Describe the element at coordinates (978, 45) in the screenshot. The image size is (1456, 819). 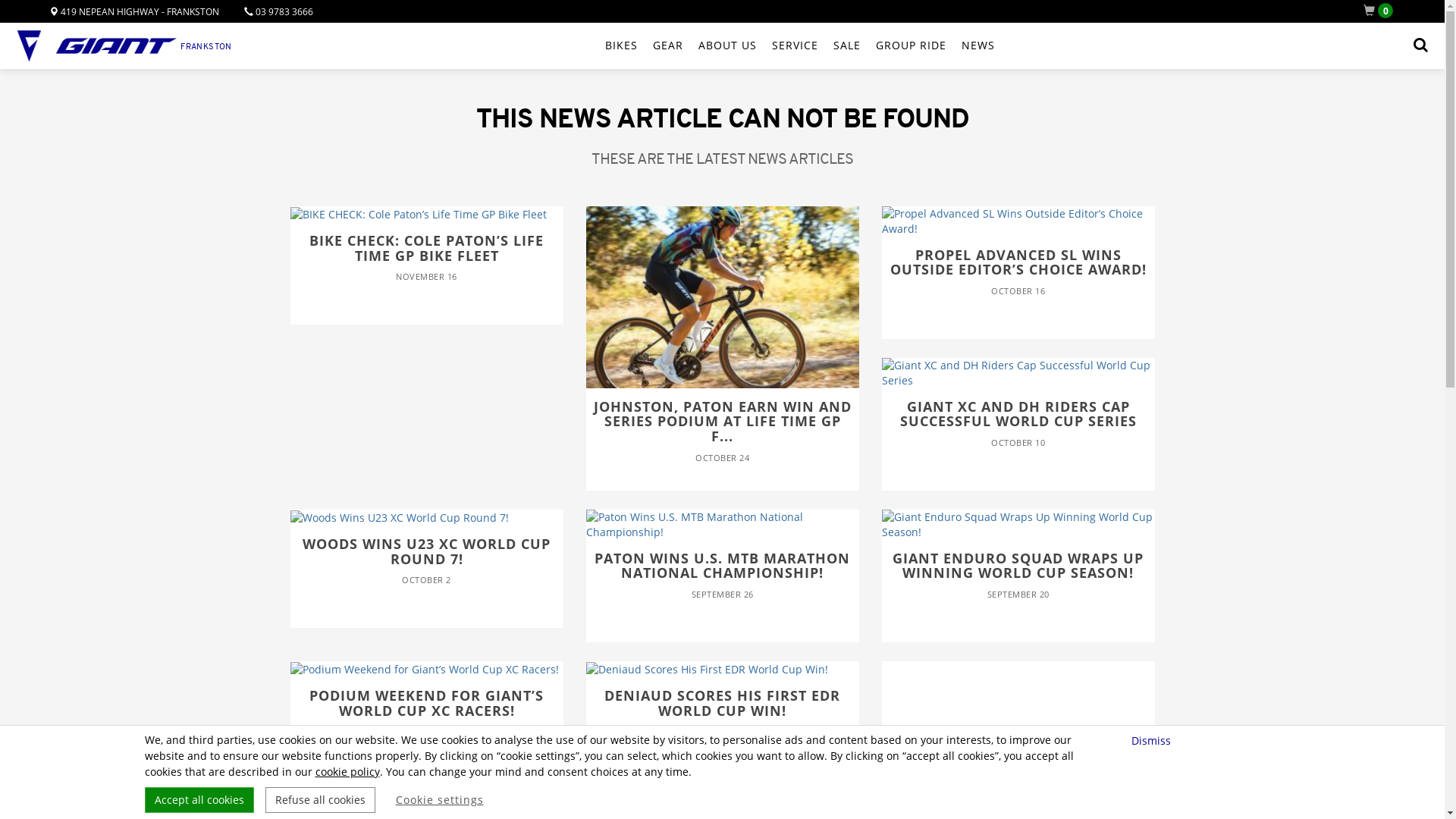
I see `'NEWS'` at that location.